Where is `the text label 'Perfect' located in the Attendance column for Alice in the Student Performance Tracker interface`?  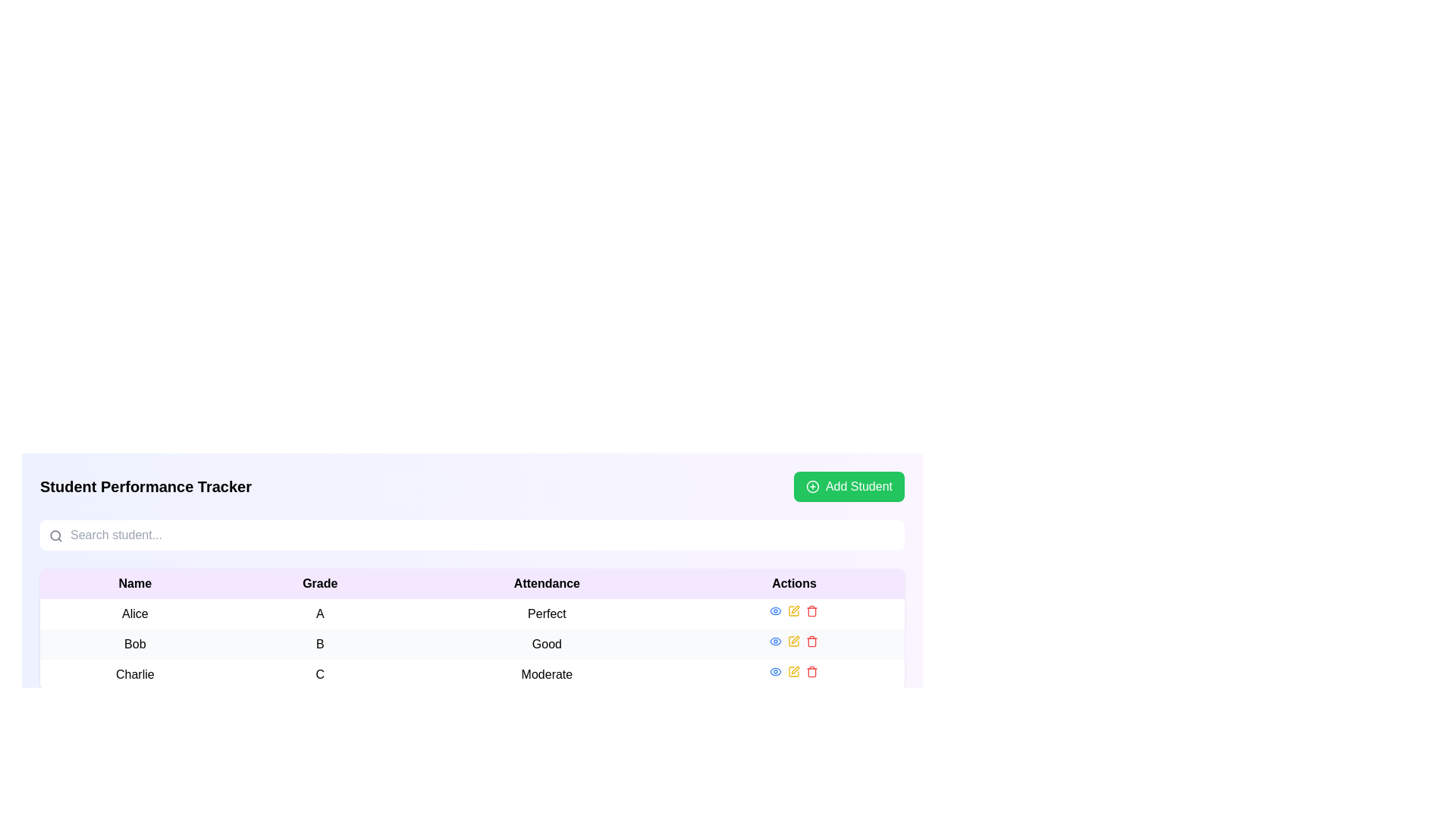
the text label 'Perfect' located in the Attendance column for Alice in the Student Performance Tracker interface is located at coordinates (546, 614).